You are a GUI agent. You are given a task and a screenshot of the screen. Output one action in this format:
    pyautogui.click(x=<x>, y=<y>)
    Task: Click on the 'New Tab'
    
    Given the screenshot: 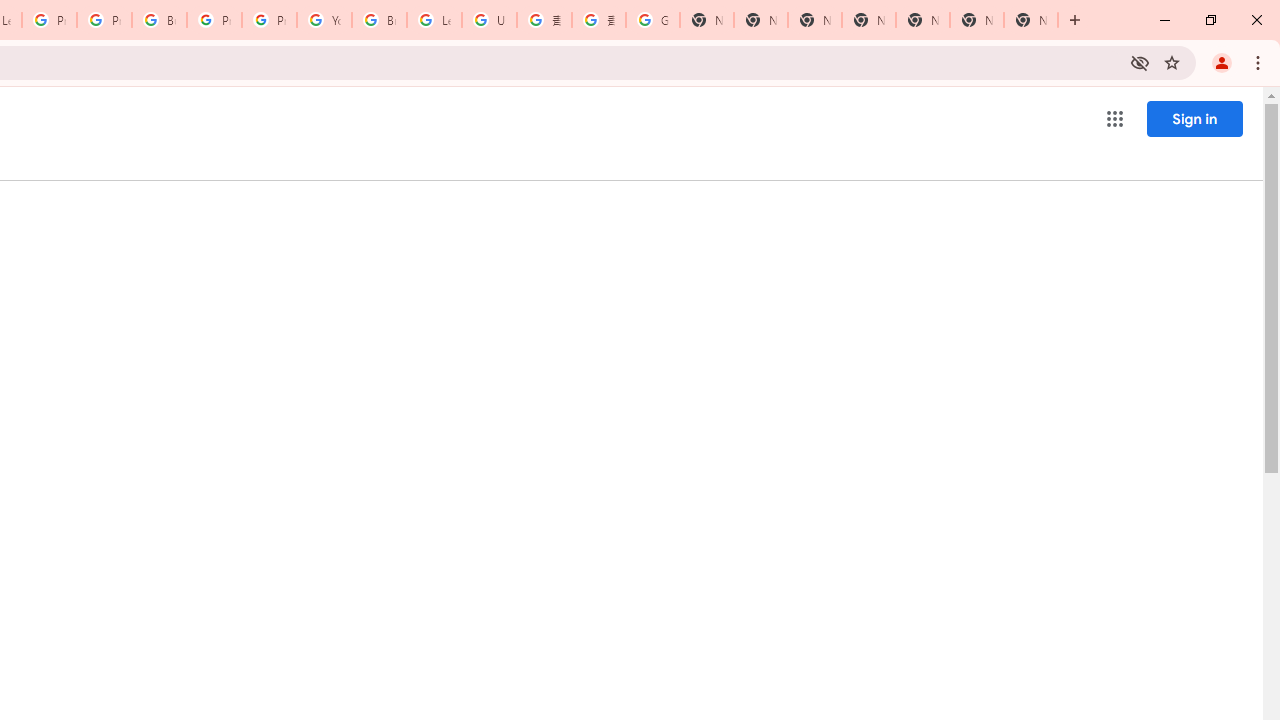 What is the action you would take?
    pyautogui.click(x=1031, y=20)
    